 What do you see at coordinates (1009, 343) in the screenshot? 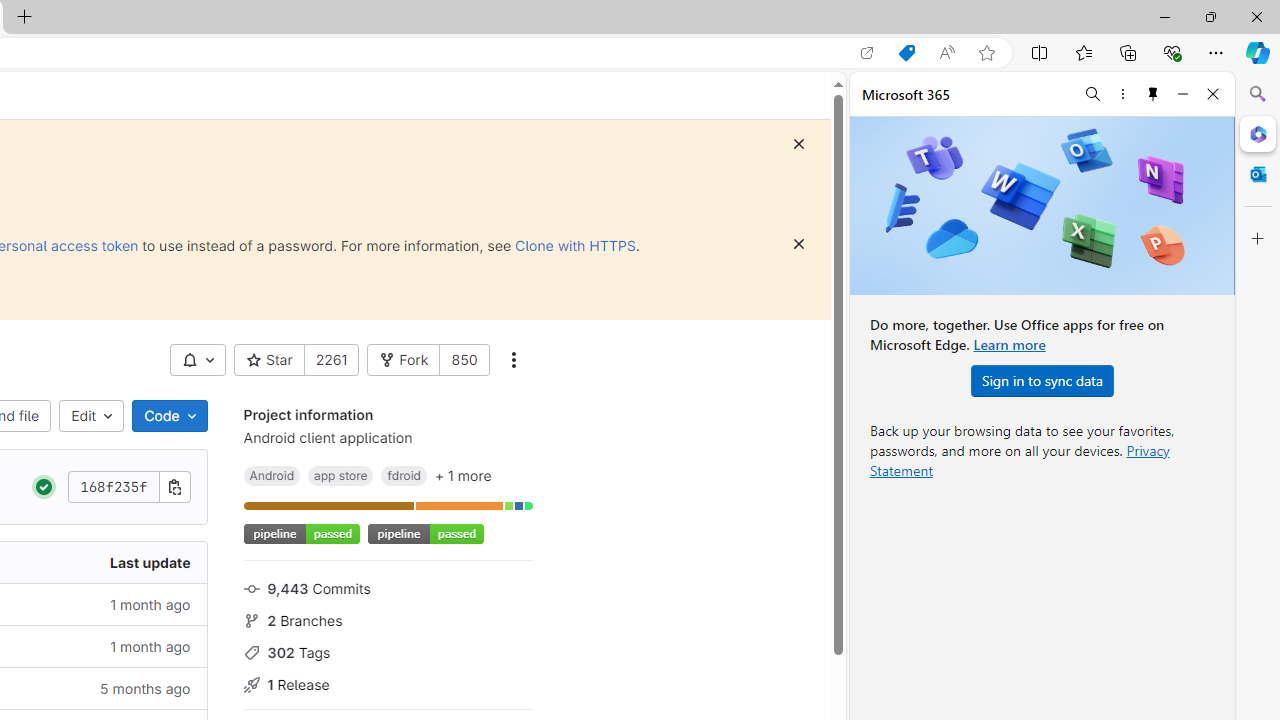
I see `'Learn more about Microsoft Office.'` at bounding box center [1009, 343].